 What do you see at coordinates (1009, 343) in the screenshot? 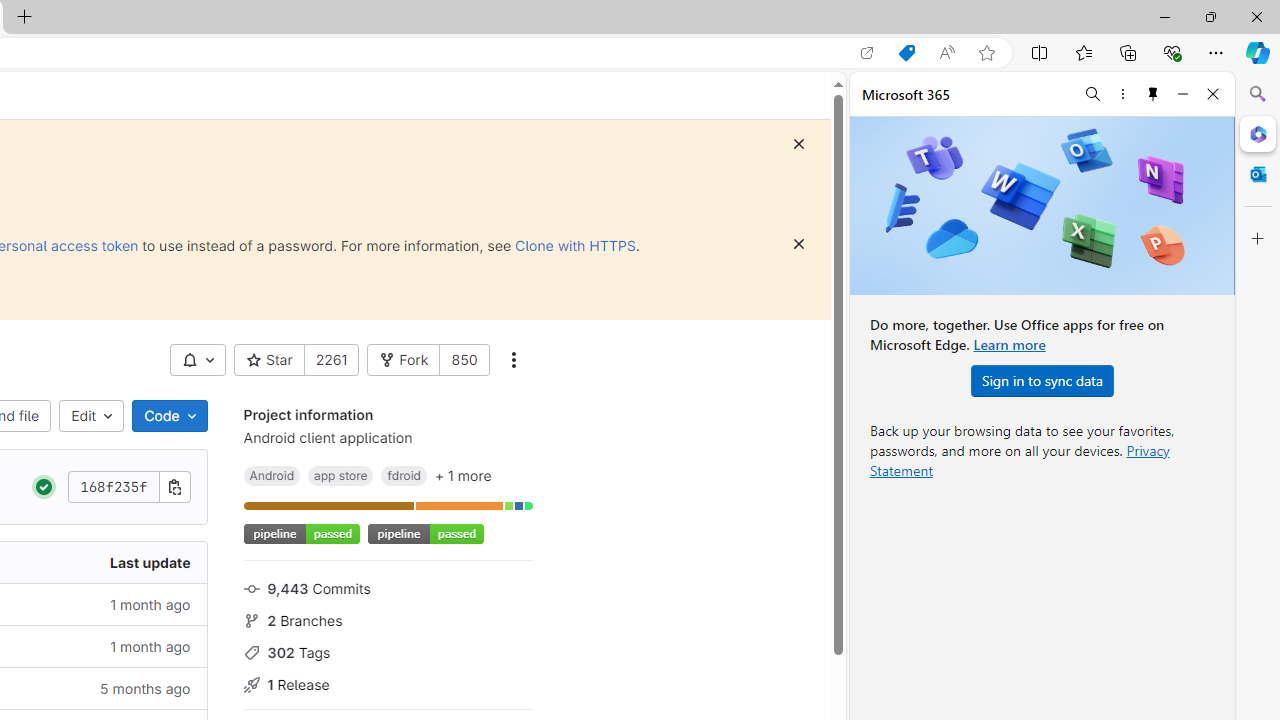
I see `'Learn more about Microsoft Office.'` at bounding box center [1009, 343].